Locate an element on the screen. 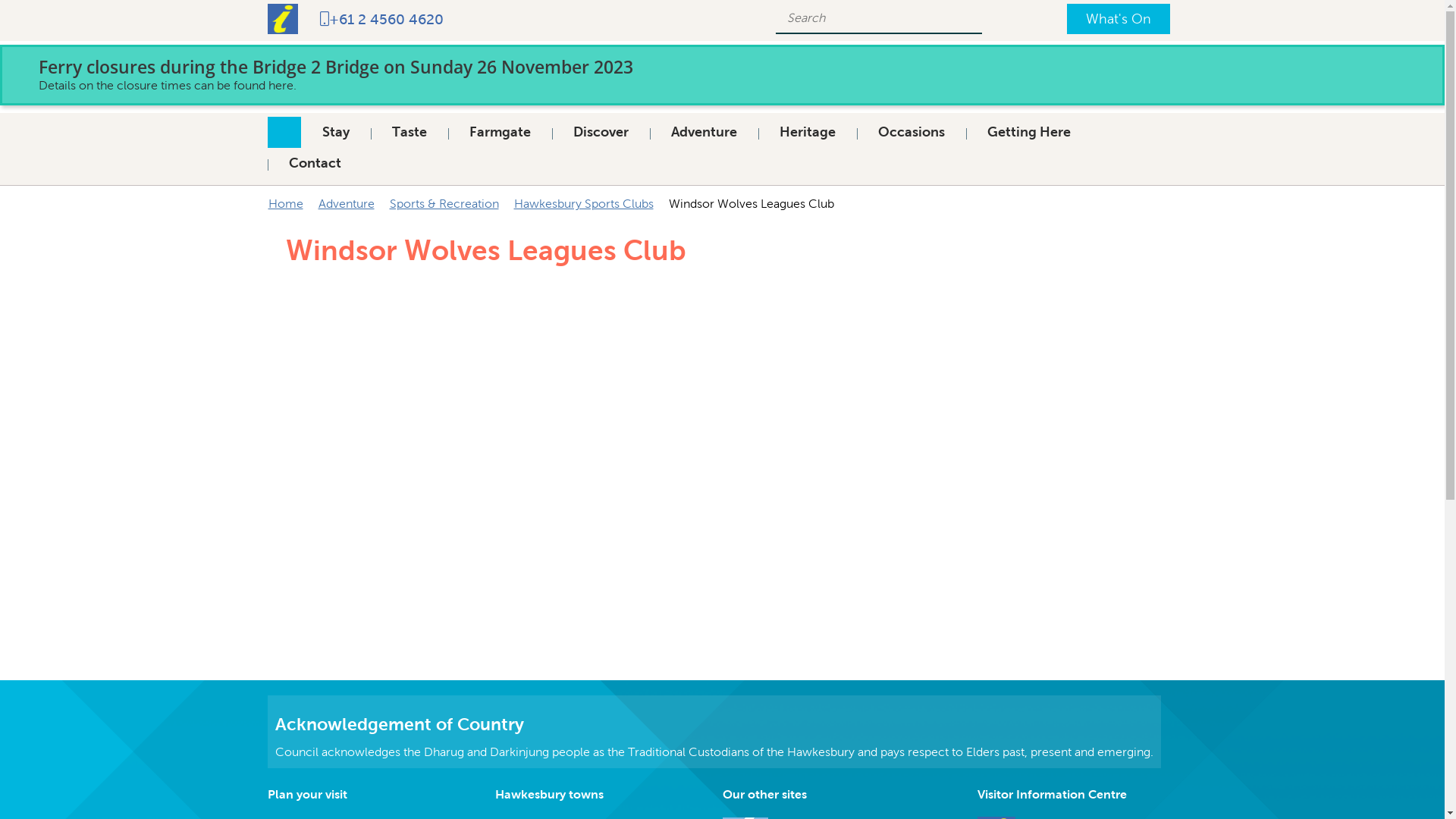  'Heritage' is located at coordinates (758, 131).